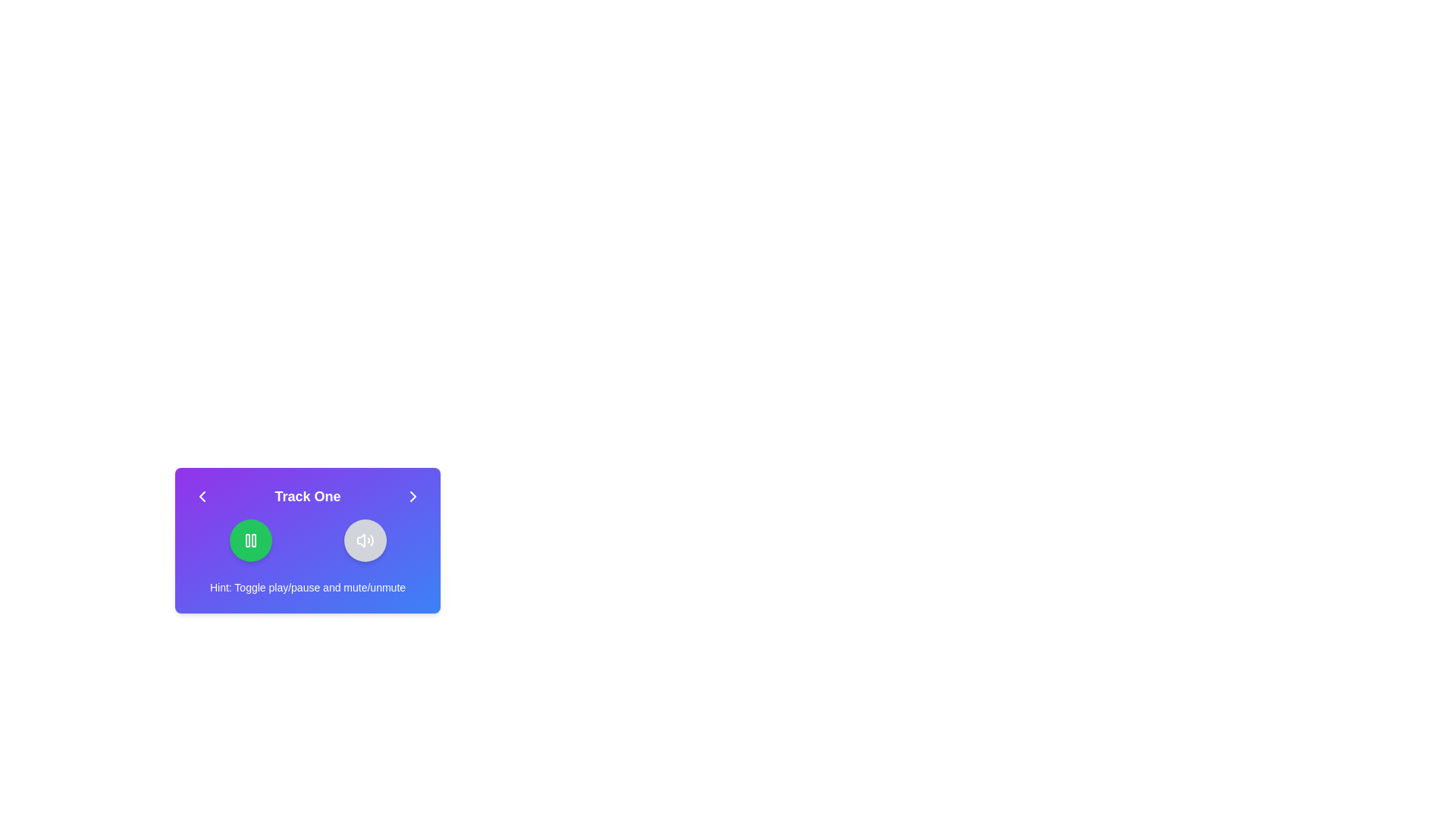 The width and height of the screenshot is (1456, 819). Describe the element at coordinates (307, 540) in the screenshot. I see `the mute/unmute button in the control panel for 'Track One'` at that location.